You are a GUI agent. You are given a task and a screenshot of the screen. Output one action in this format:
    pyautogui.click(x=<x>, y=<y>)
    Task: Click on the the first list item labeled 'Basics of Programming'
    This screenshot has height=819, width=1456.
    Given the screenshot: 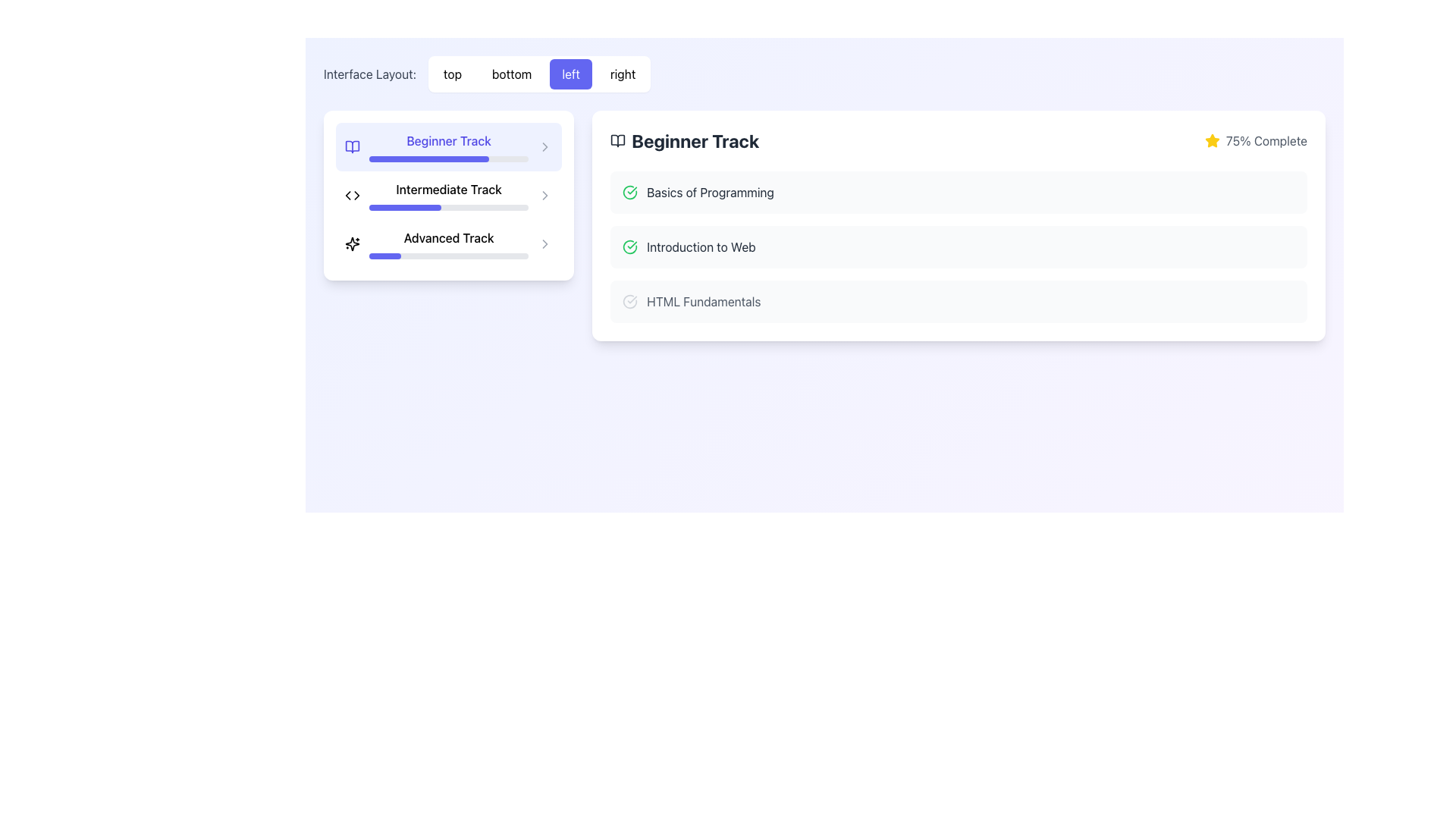 What is the action you would take?
    pyautogui.click(x=958, y=192)
    